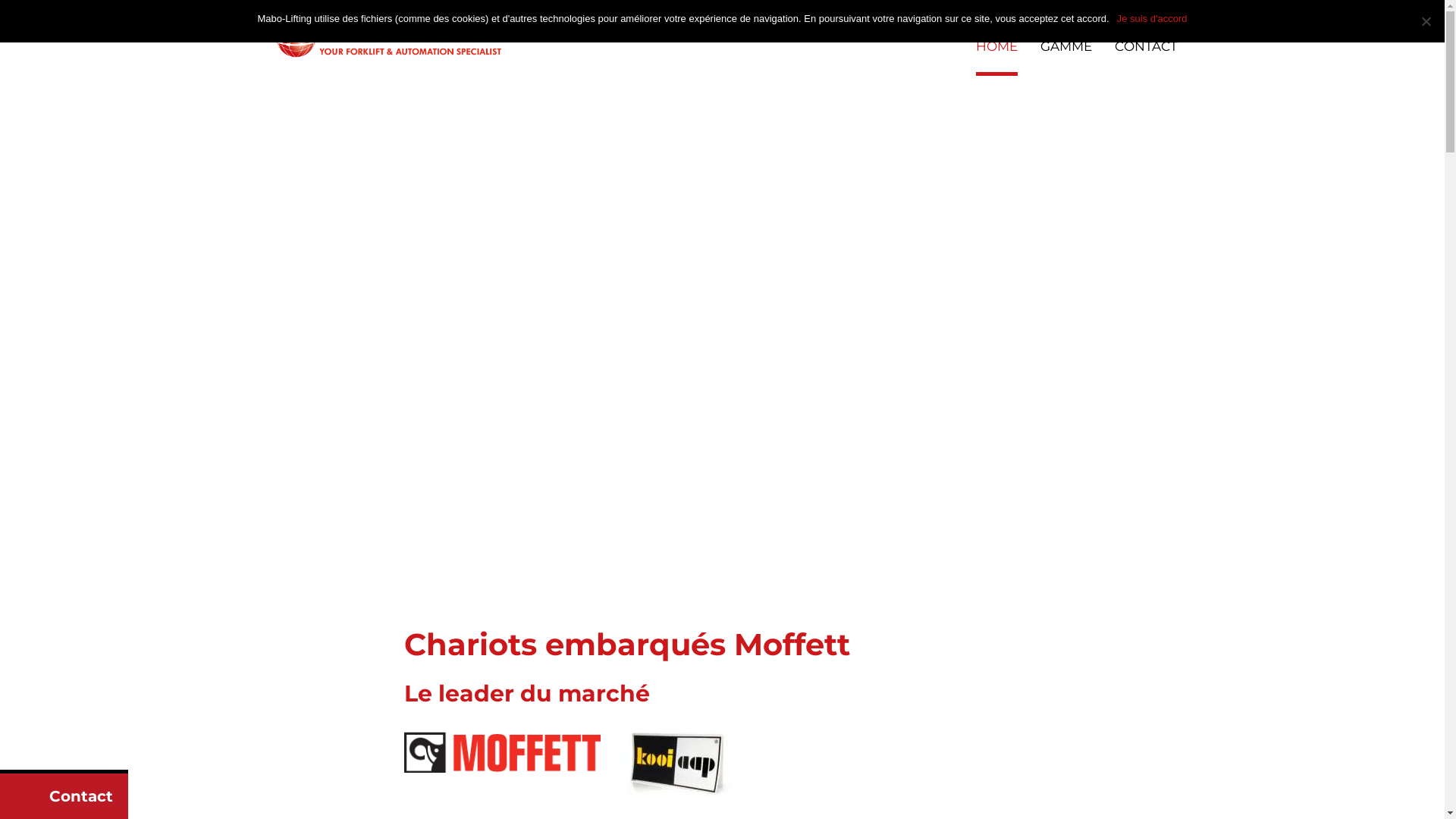 Image resolution: width=1456 pixels, height=819 pixels. Describe the element at coordinates (502, 752) in the screenshot. I see `'Moffett'` at that location.